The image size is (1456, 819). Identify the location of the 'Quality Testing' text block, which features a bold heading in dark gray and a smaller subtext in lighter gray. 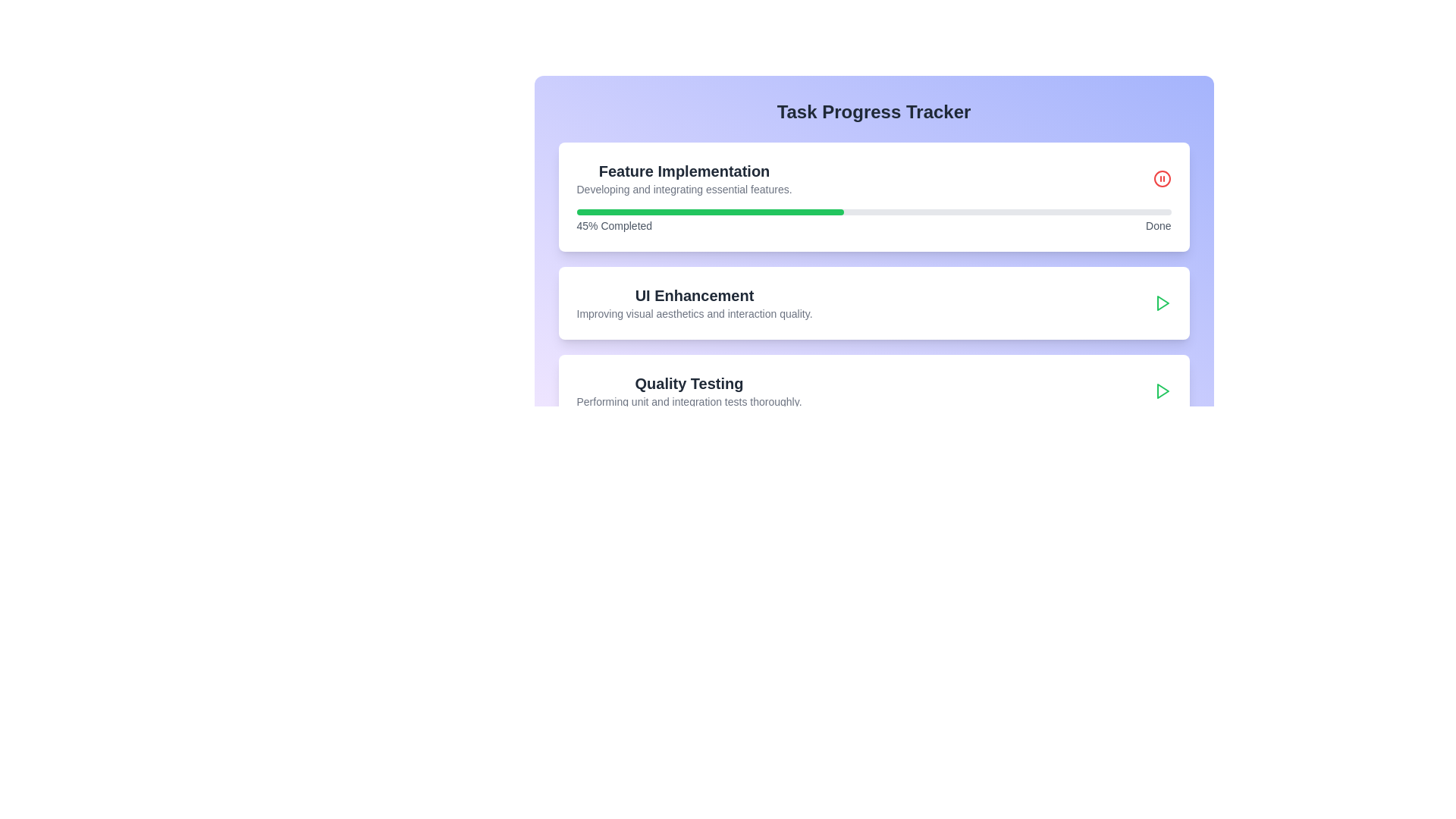
(688, 391).